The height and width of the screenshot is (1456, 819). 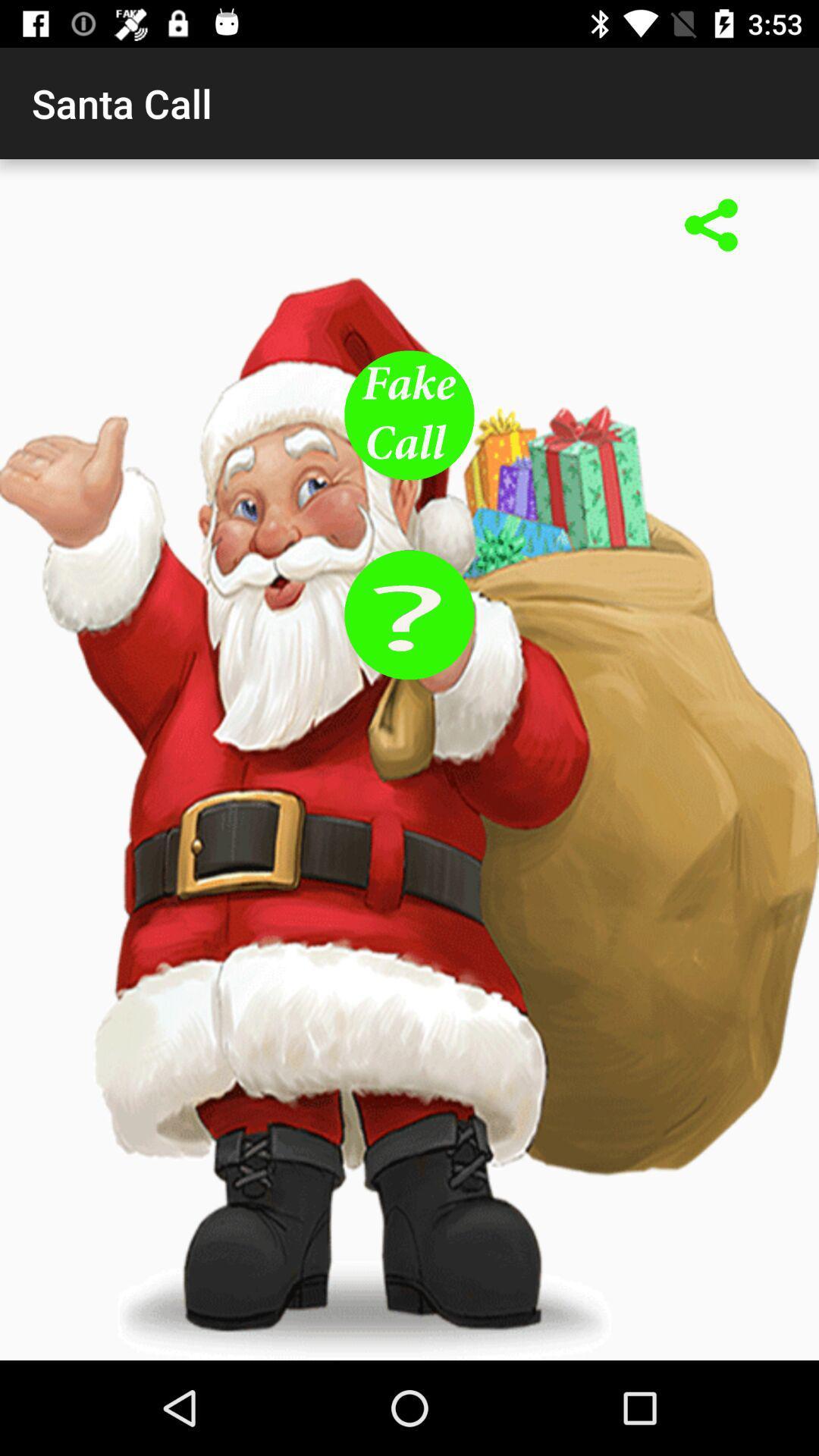 I want to click on menu paga, so click(x=711, y=226).